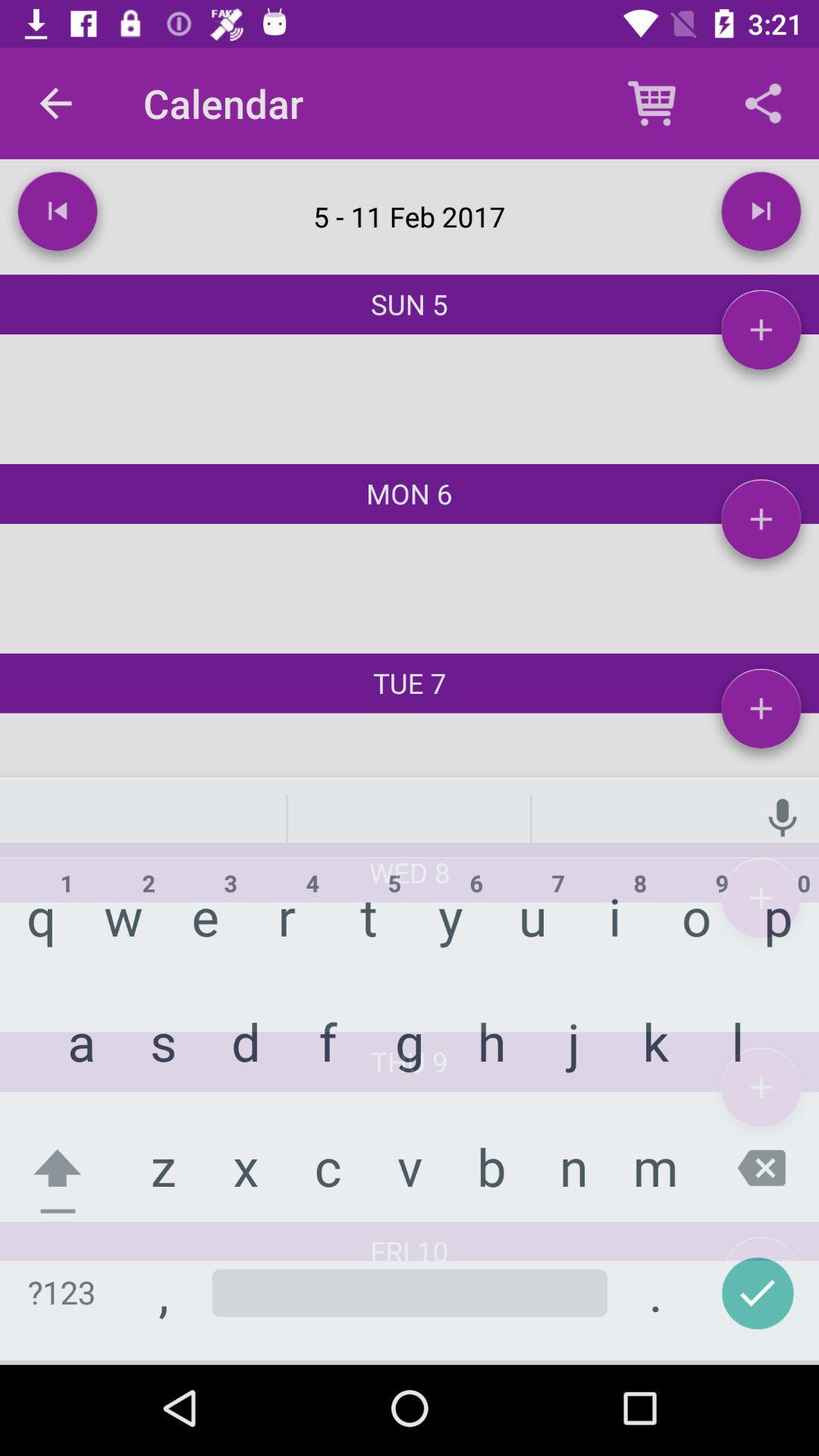 This screenshot has width=819, height=1456. I want to click on the add icon, so click(761, 904).